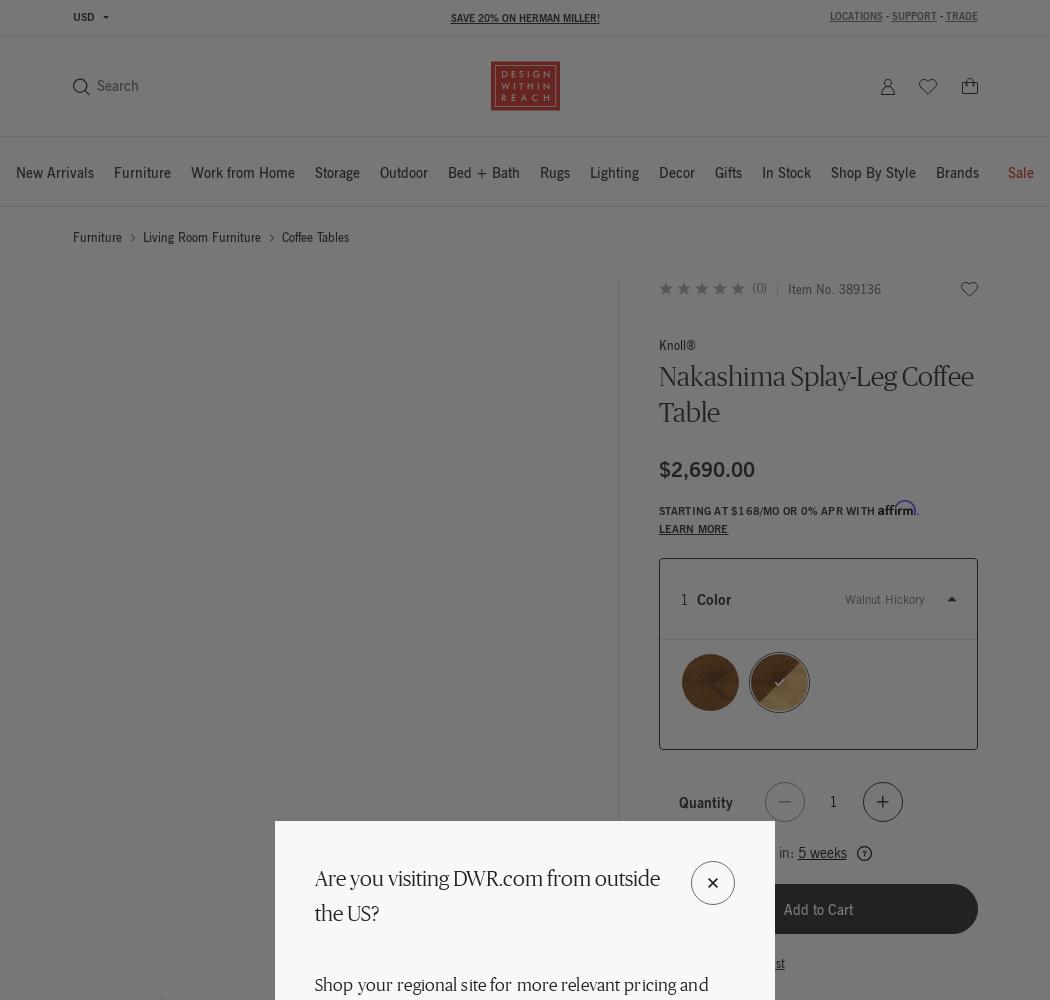  I want to click on 'Shop By Style', so click(872, 172).